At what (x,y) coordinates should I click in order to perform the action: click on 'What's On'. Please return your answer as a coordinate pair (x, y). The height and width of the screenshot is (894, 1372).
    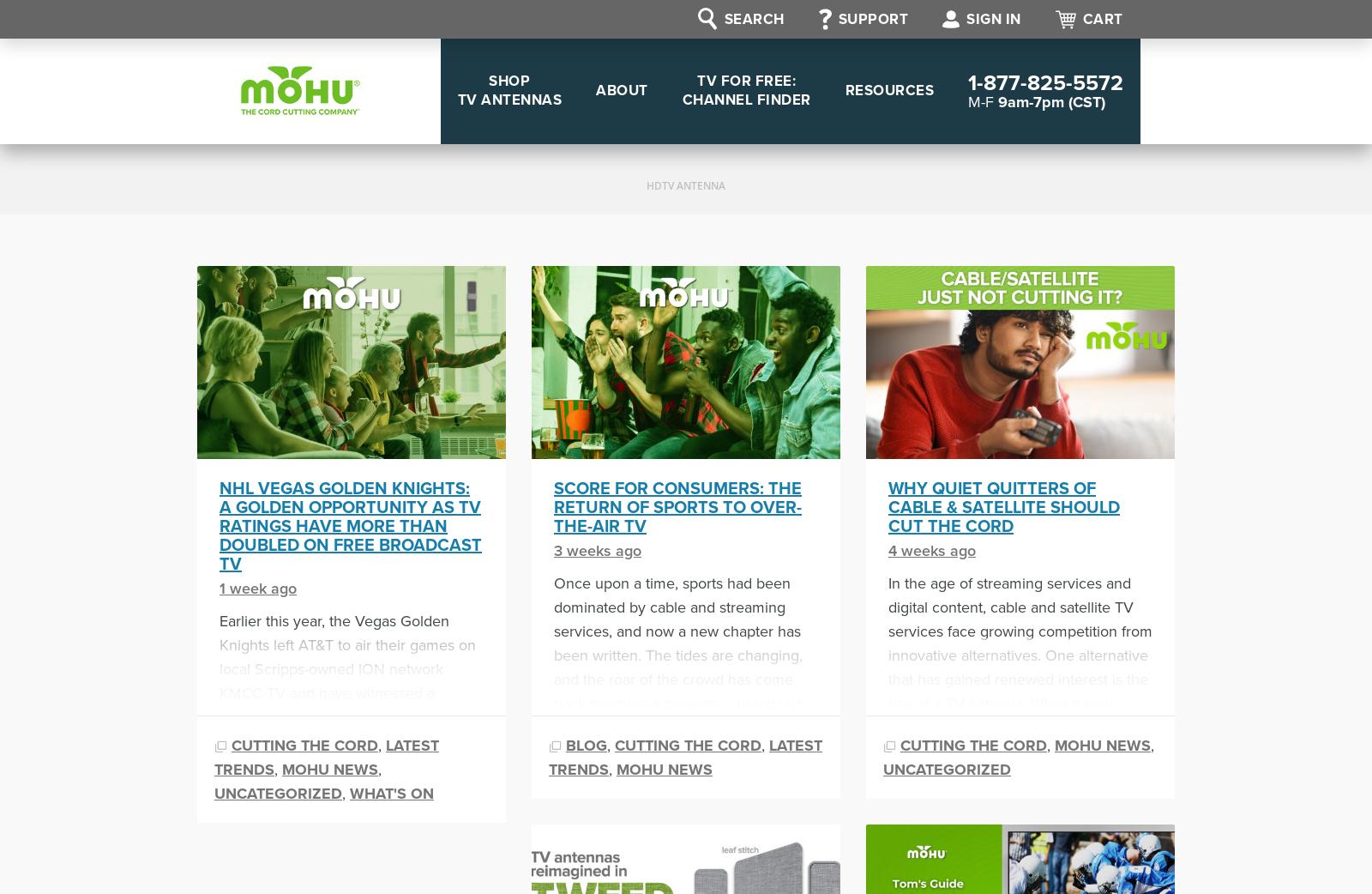
    Looking at the image, I should click on (390, 792).